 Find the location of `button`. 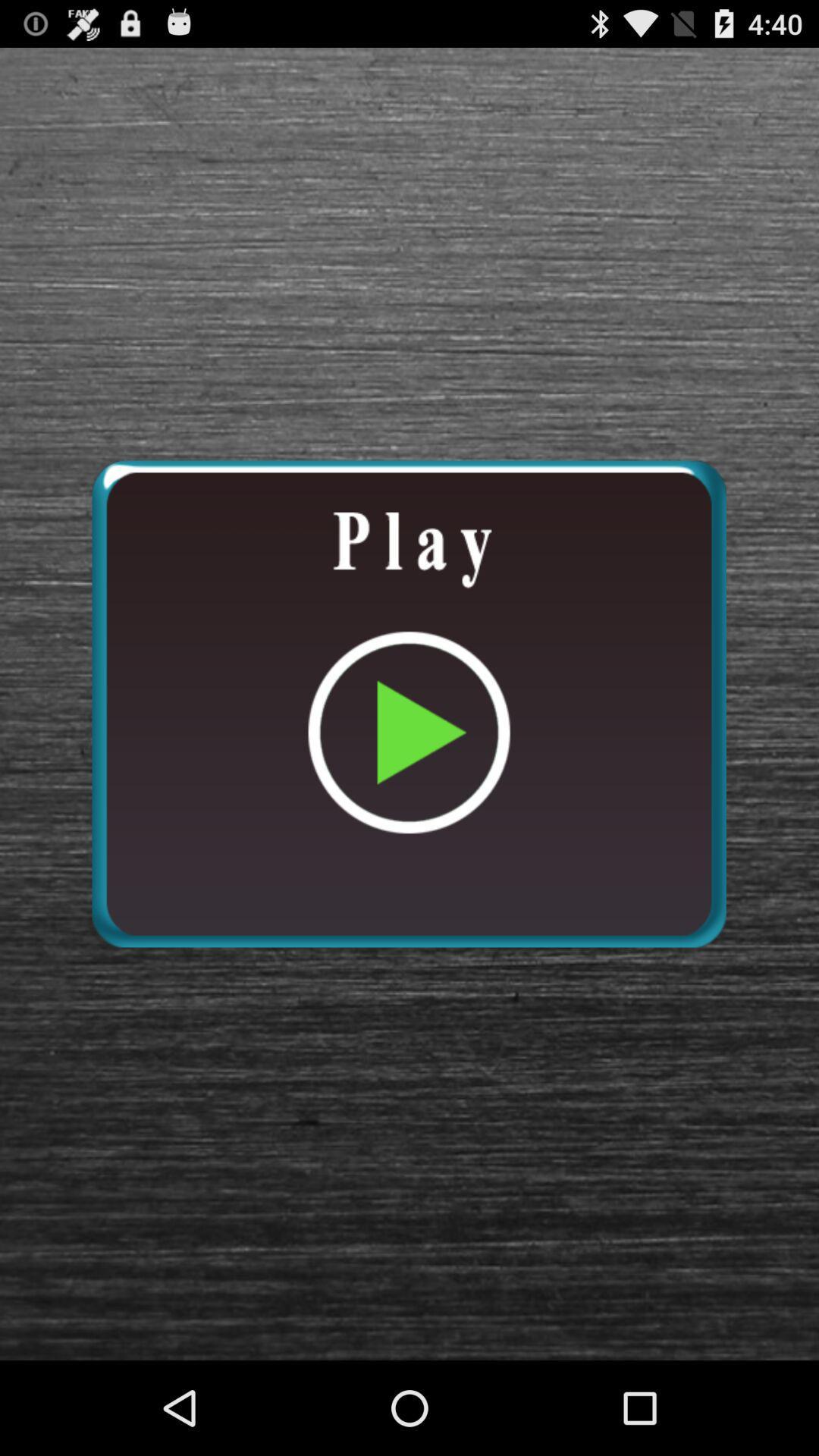

button is located at coordinates (408, 703).